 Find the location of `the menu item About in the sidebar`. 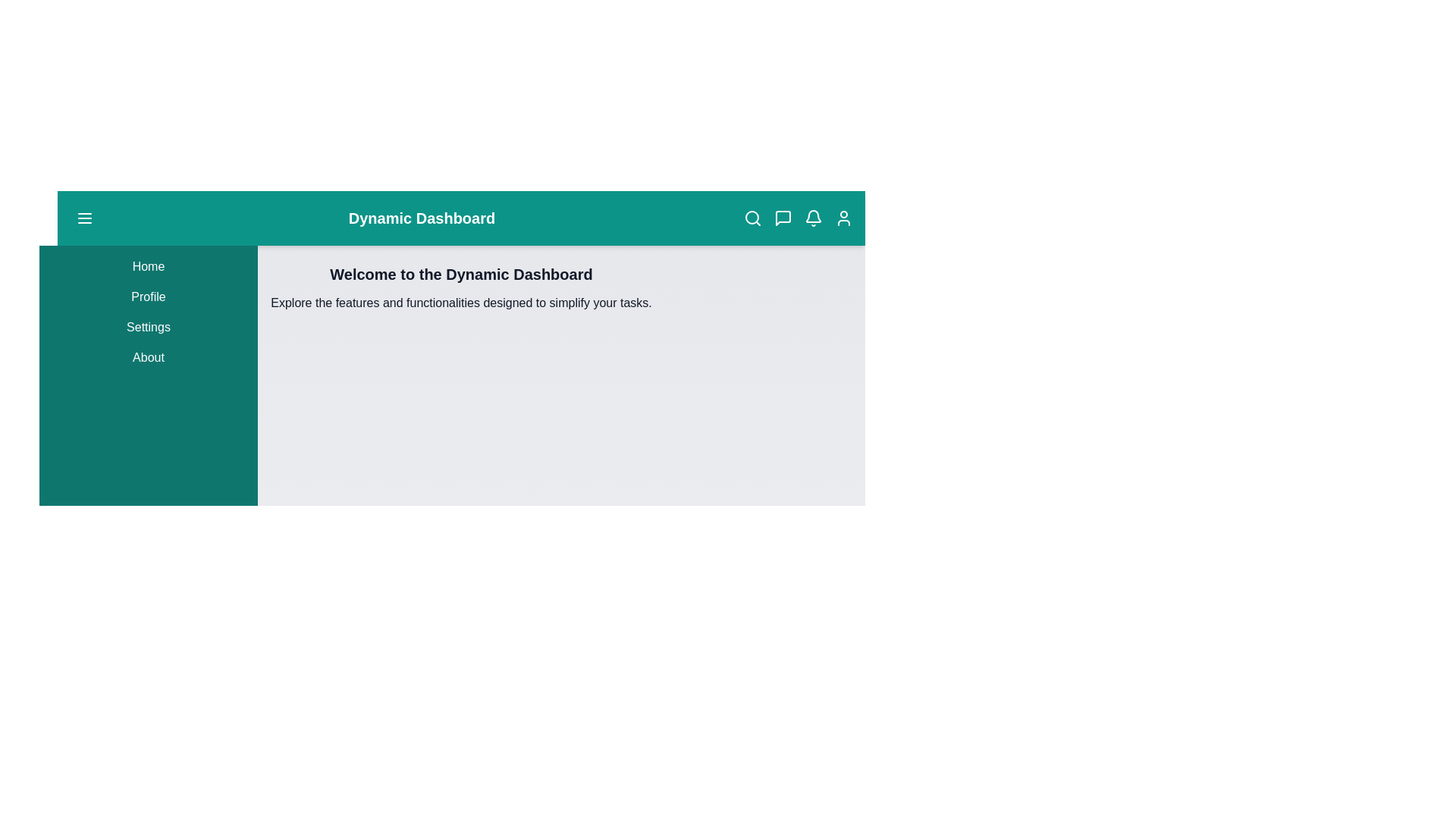

the menu item About in the sidebar is located at coordinates (149, 357).